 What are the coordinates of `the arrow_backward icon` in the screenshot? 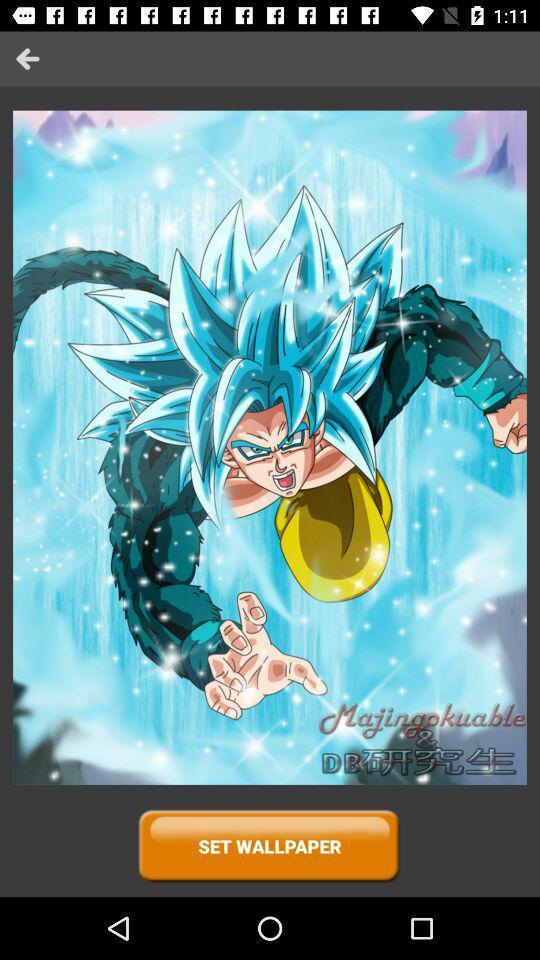 It's located at (26, 58).